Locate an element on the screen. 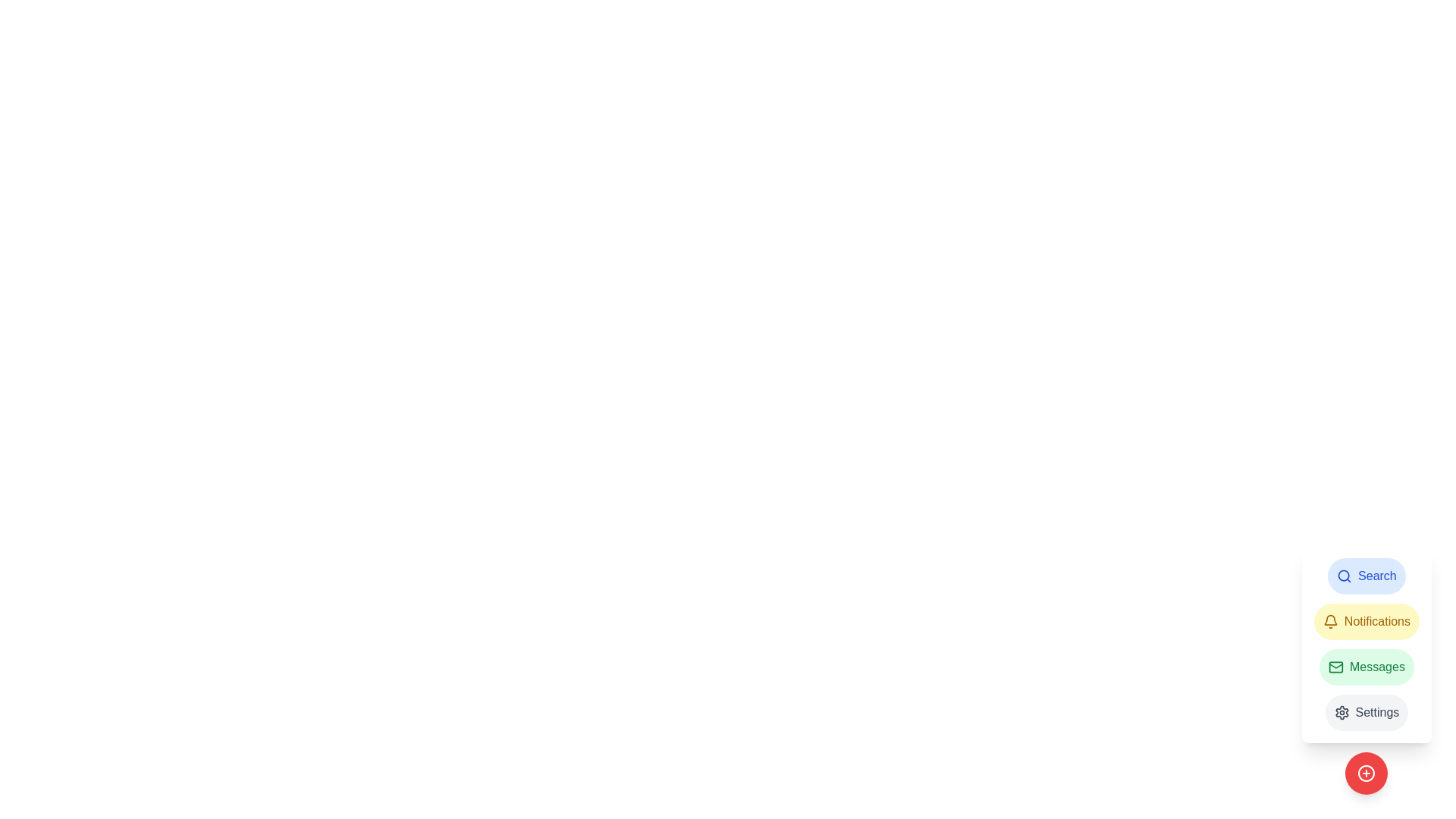  the 'Messages' button, which is the third button in a vertical stack of four buttons labeled 'Search', 'Notifications', 'Messages', and 'Settings' is located at coordinates (1367, 644).